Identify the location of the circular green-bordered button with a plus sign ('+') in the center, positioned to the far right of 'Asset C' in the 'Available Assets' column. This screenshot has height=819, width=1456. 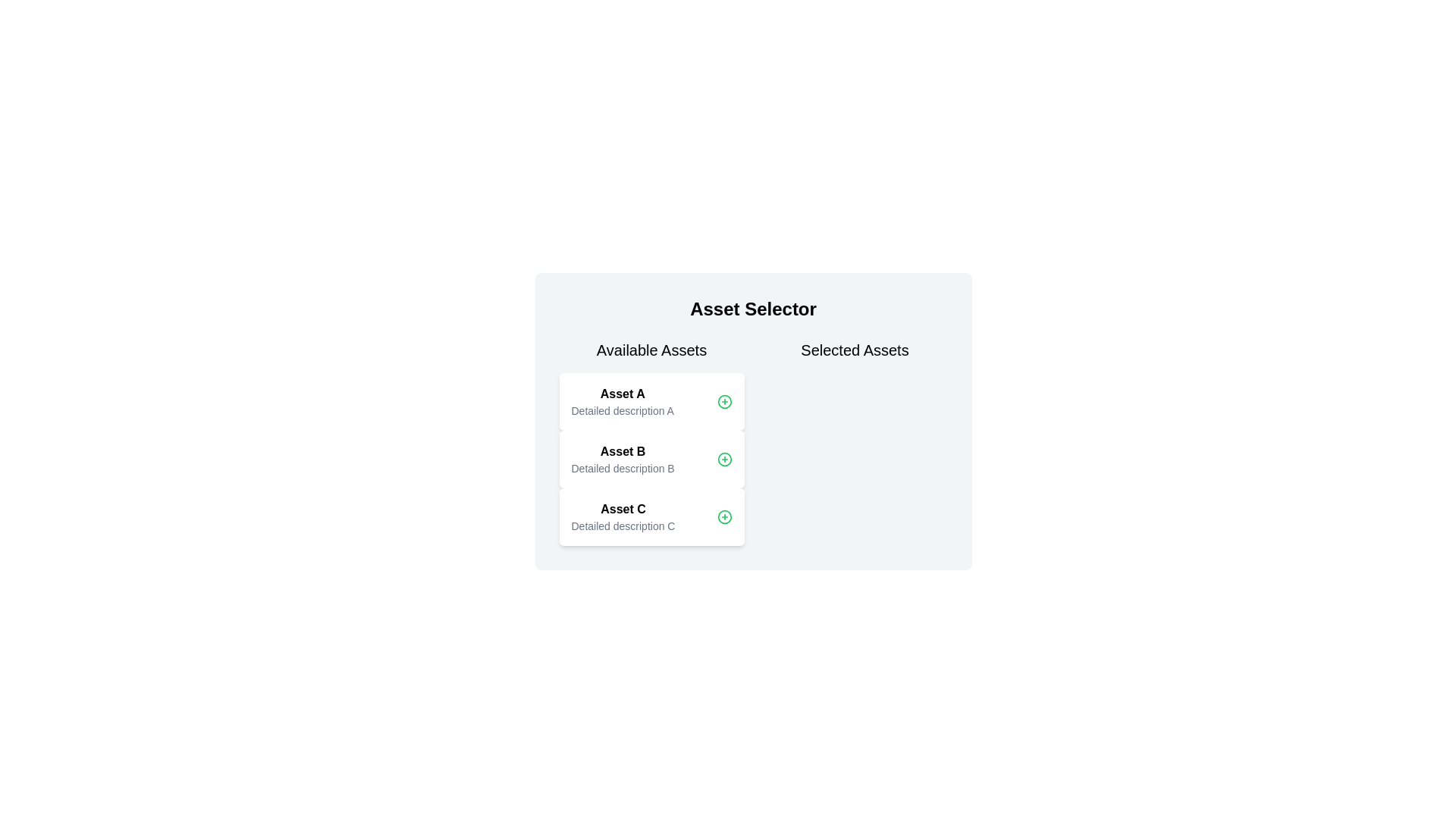
(723, 516).